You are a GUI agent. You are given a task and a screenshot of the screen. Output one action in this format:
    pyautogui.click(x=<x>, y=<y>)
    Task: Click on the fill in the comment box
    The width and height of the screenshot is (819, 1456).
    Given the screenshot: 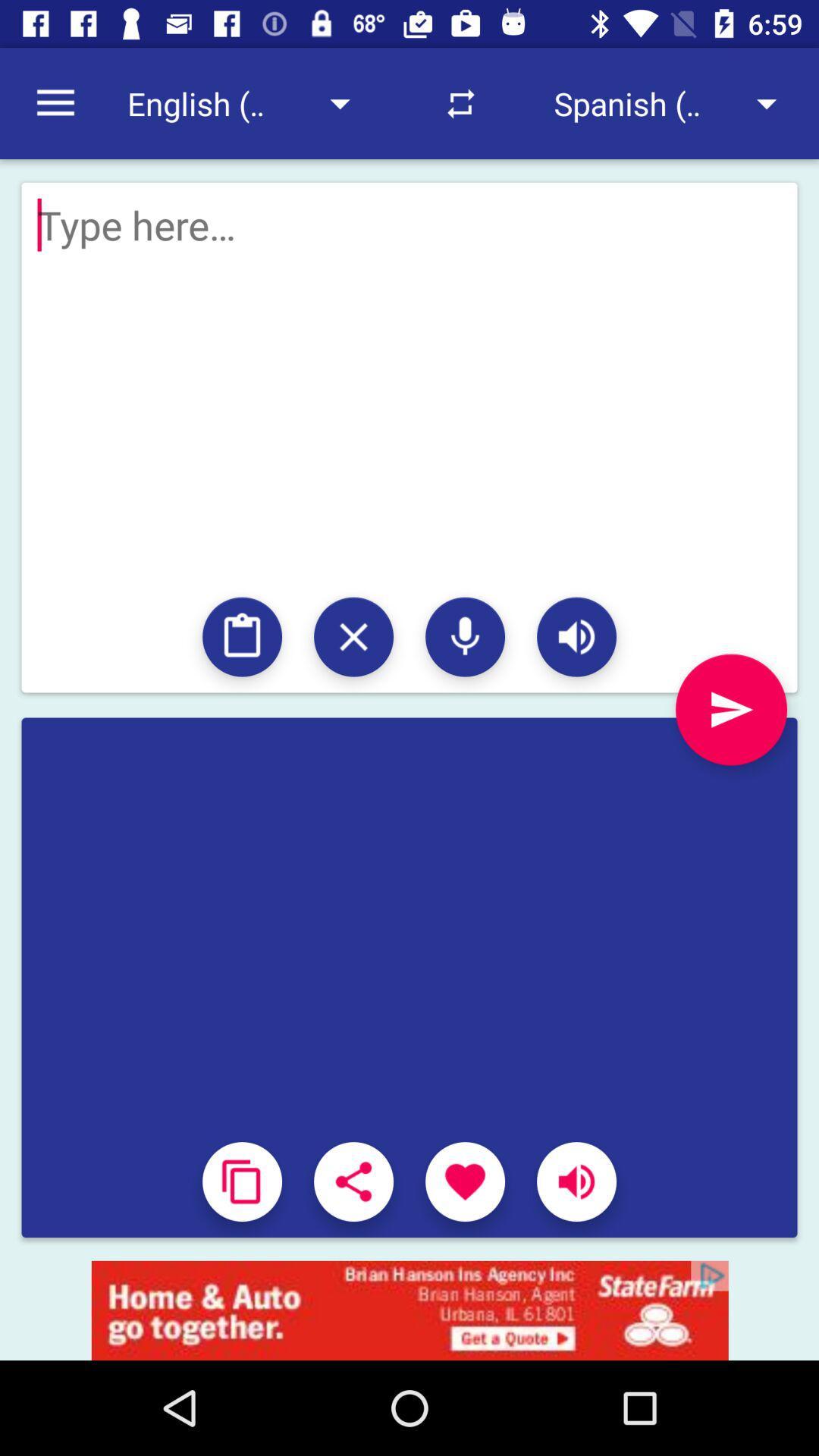 What is the action you would take?
    pyautogui.click(x=409, y=761)
    